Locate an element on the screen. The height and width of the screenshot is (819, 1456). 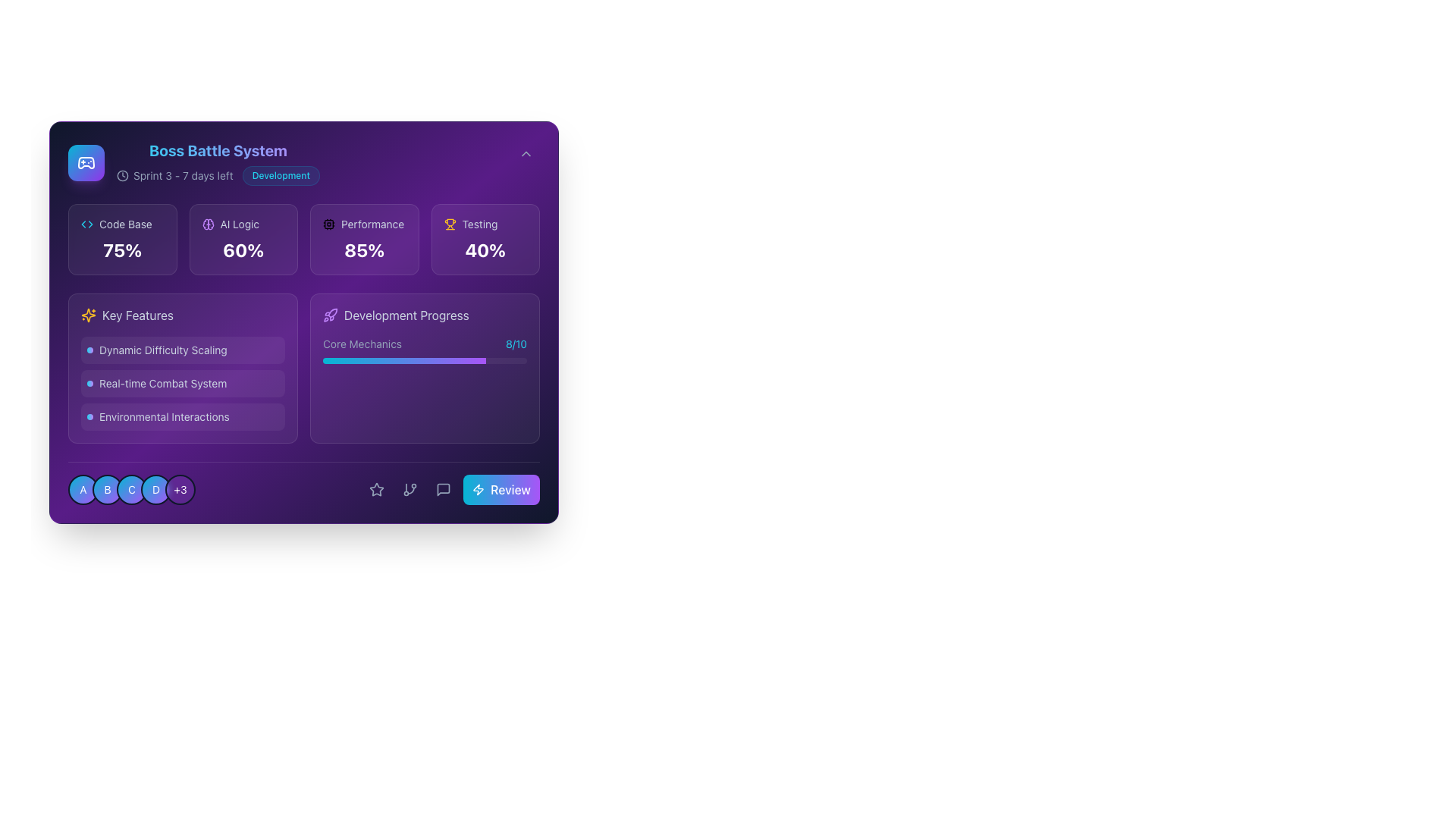
the circular badge with a gradient background from cyan to purple, containing a white capital letter 'C' and outlined with a black border, positioned third from the left in a row of five badges is located at coordinates (131, 489).